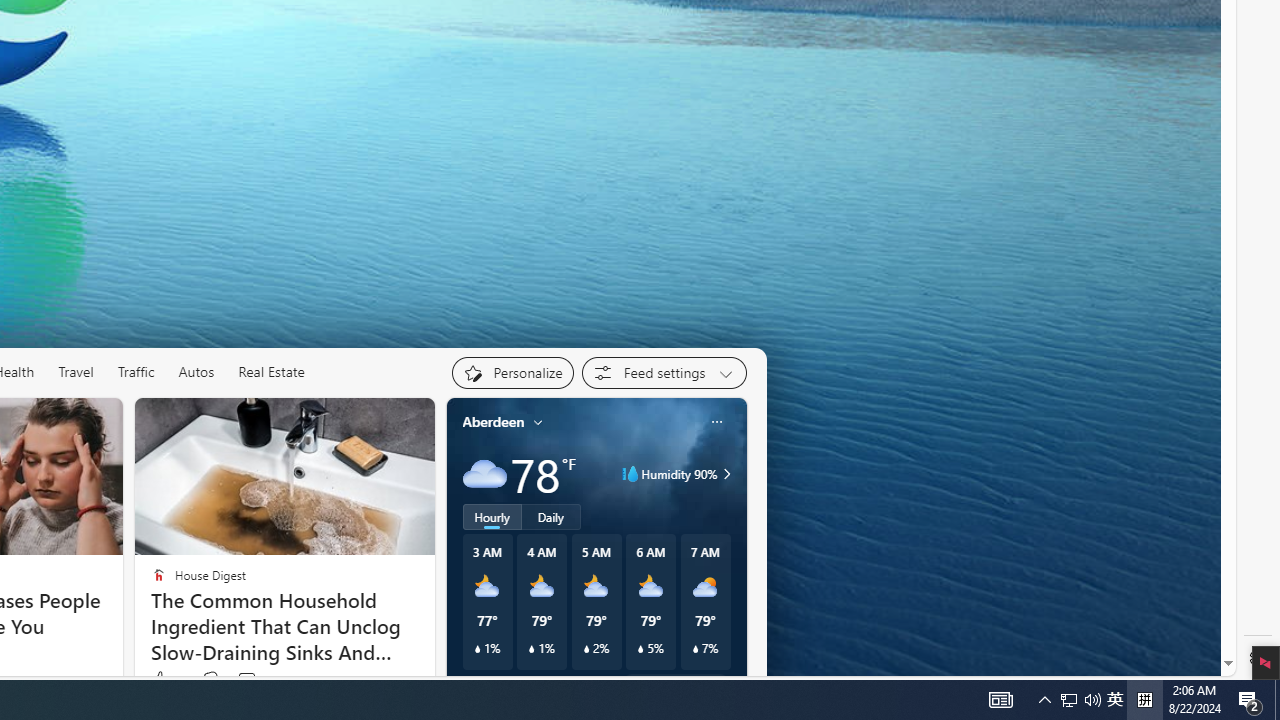 The image size is (1280, 720). Describe the element at coordinates (492, 515) in the screenshot. I see `'Hourly'` at that location.